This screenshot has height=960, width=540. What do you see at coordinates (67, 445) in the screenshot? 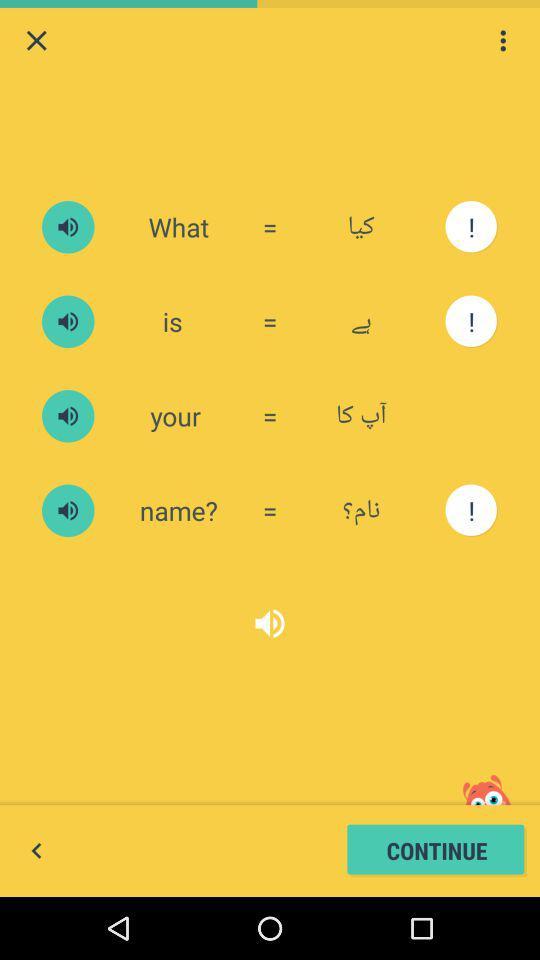
I see `the volume icon` at bounding box center [67, 445].